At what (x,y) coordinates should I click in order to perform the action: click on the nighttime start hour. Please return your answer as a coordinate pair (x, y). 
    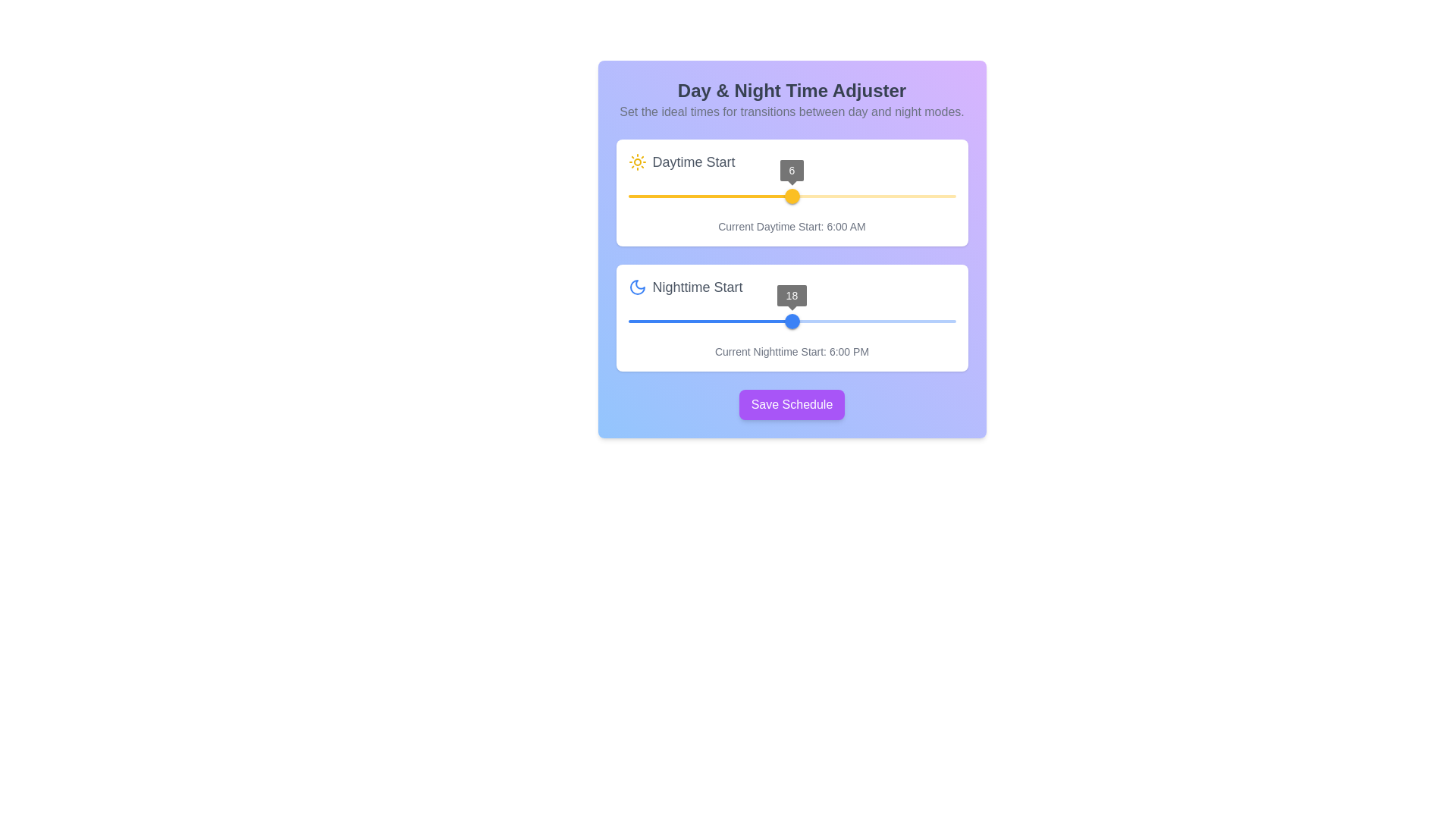
    Looking at the image, I should click on (783, 303).